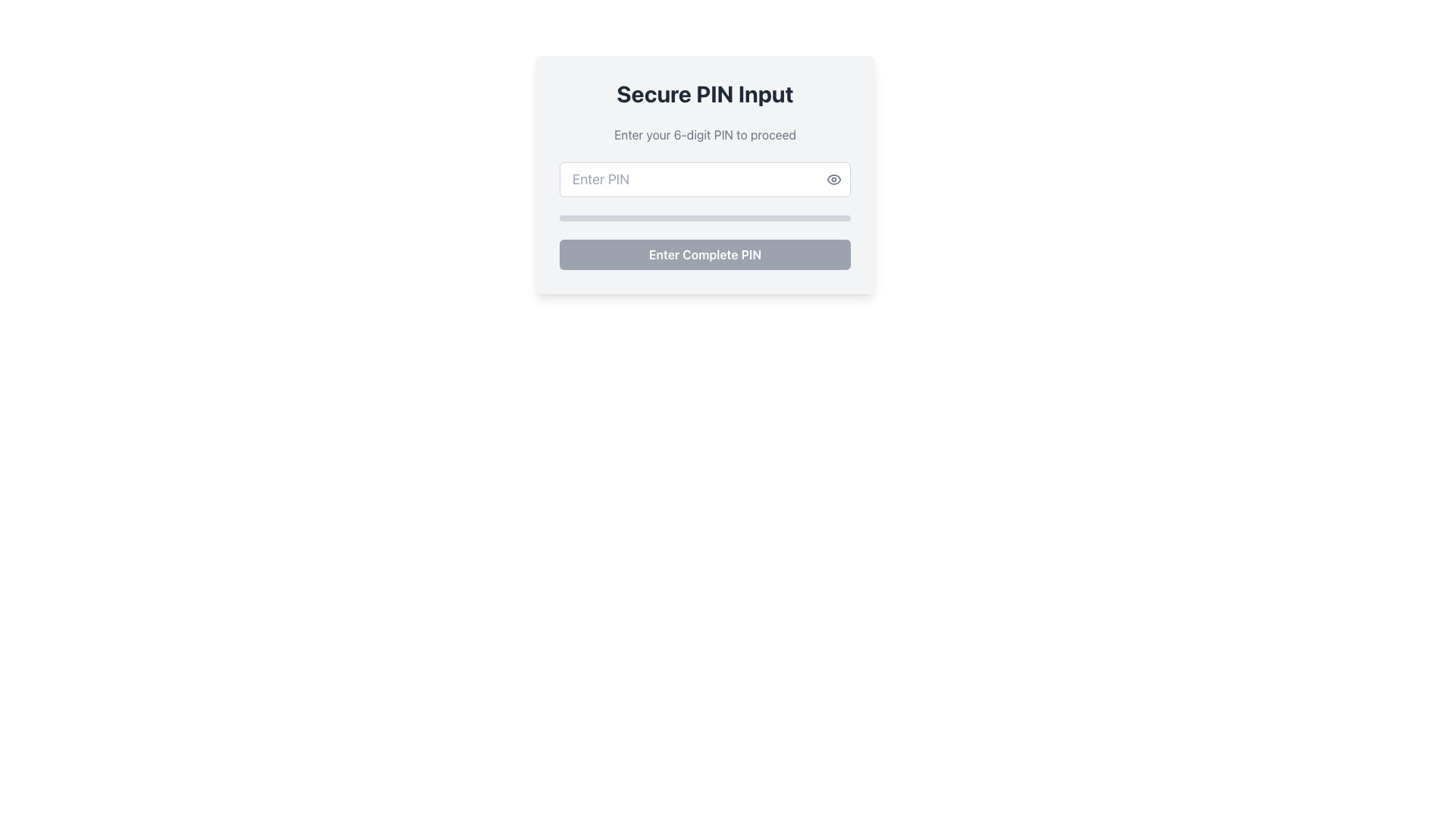 The width and height of the screenshot is (1456, 819). Describe the element at coordinates (833, 178) in the screenshot. I see `the outer contour segment of the eye icon located on the right side of the input box labeled 'Enter PIN'` at that location.